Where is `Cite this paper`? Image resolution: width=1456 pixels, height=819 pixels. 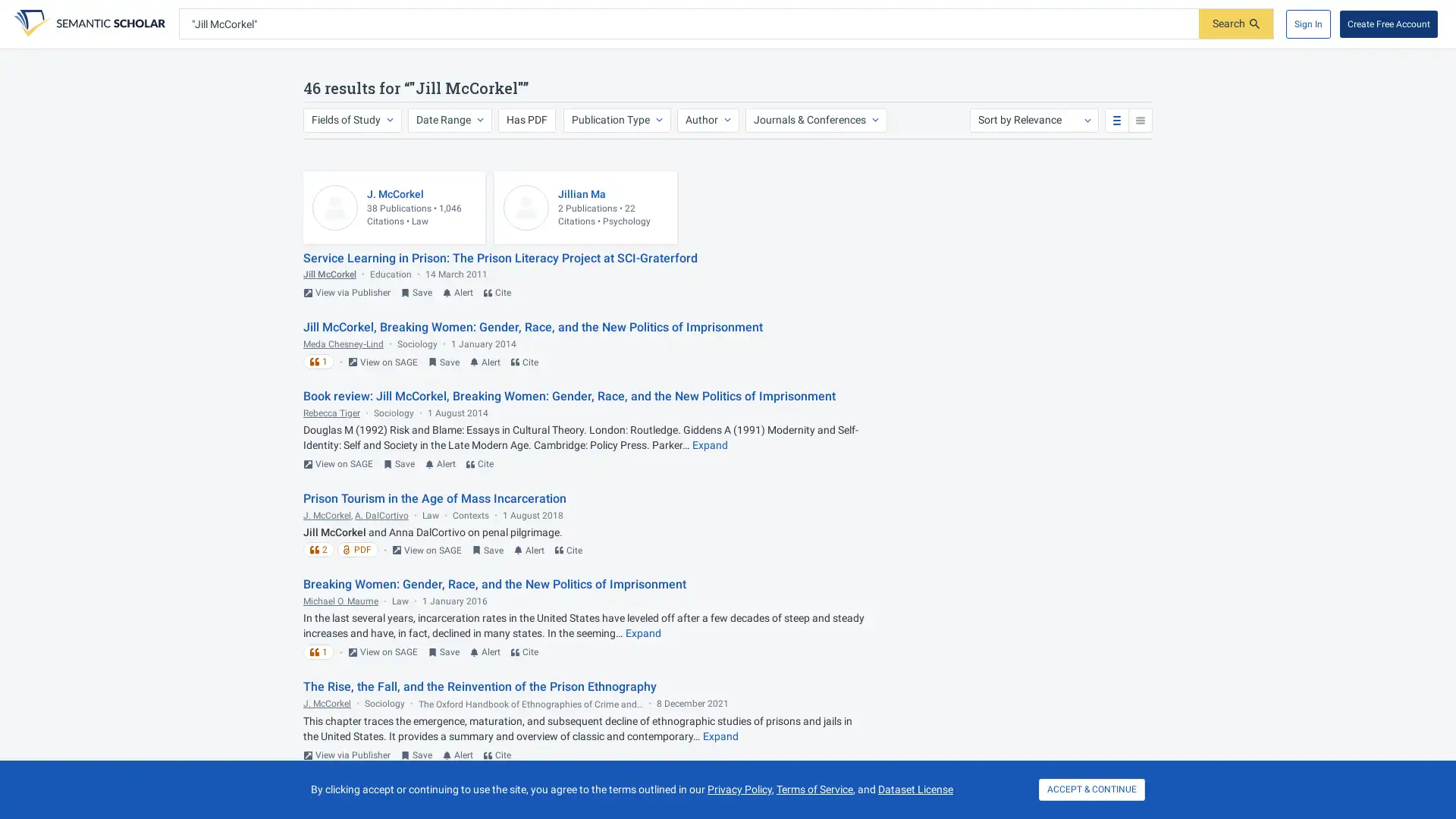
Cite this paper is located at coordinates (524, 651).